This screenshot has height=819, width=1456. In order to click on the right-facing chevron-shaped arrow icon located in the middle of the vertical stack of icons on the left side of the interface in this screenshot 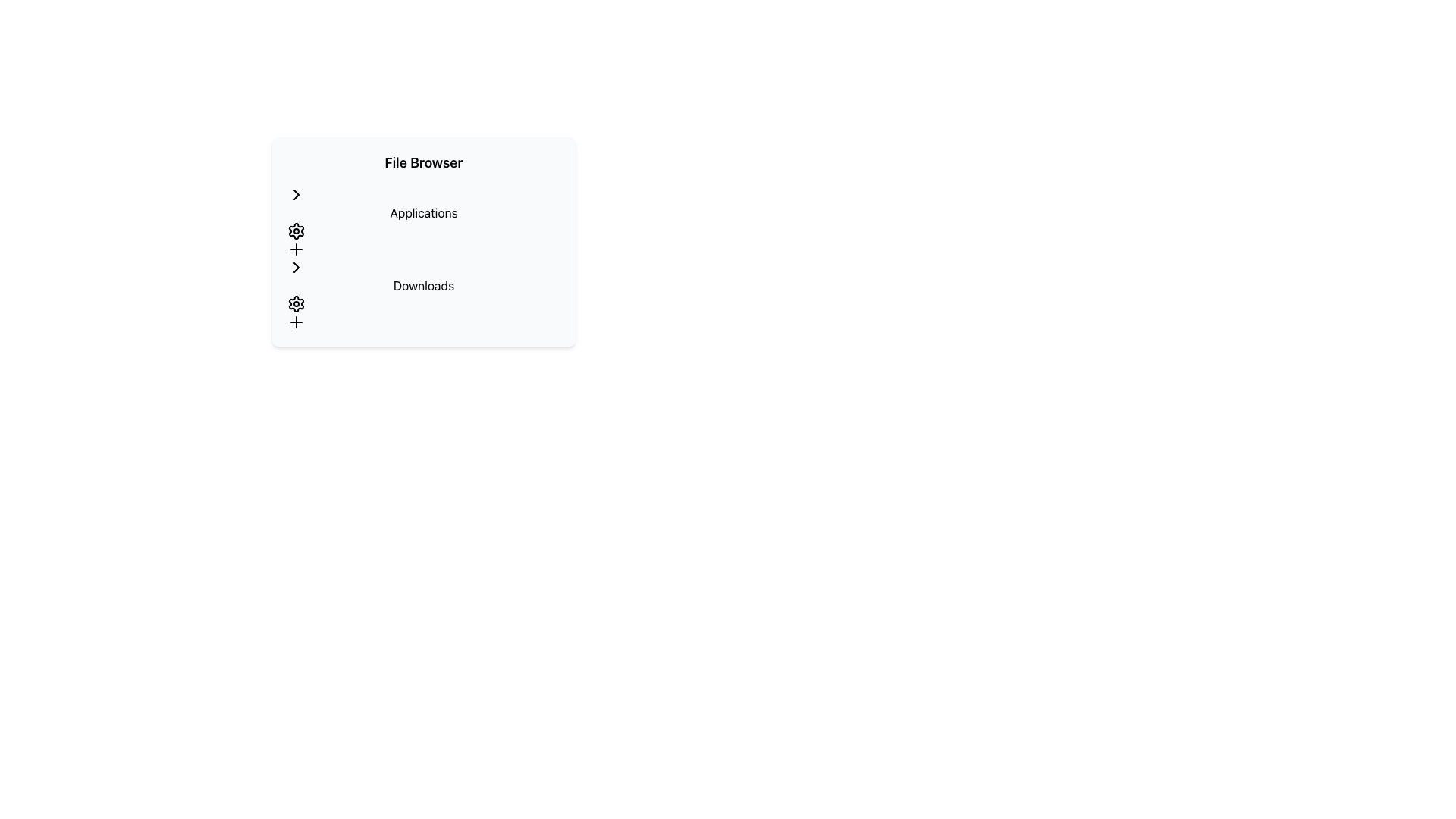, I will do `click(296, 194)`.